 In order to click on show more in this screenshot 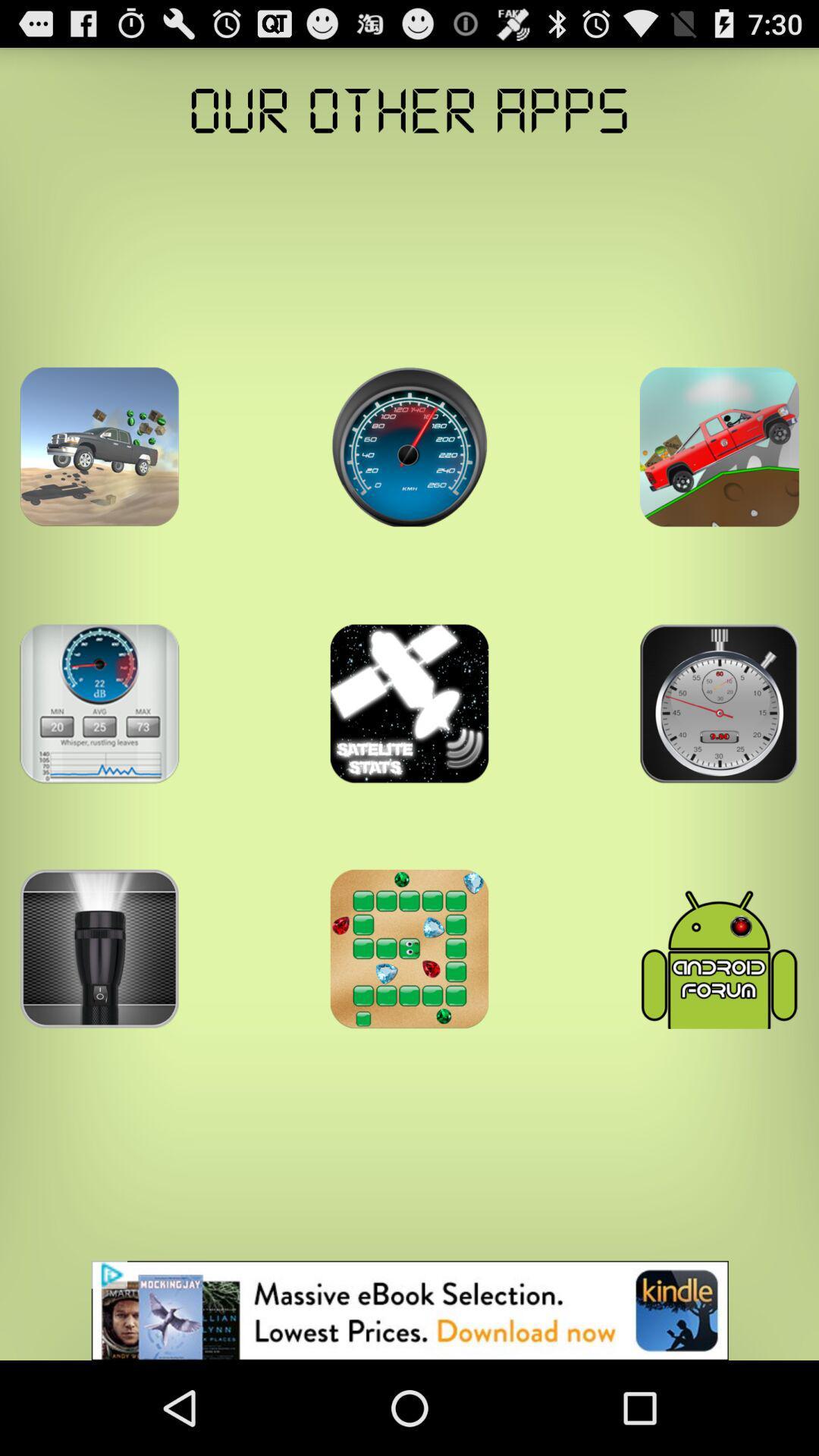, I will do `click(99, 703)`.